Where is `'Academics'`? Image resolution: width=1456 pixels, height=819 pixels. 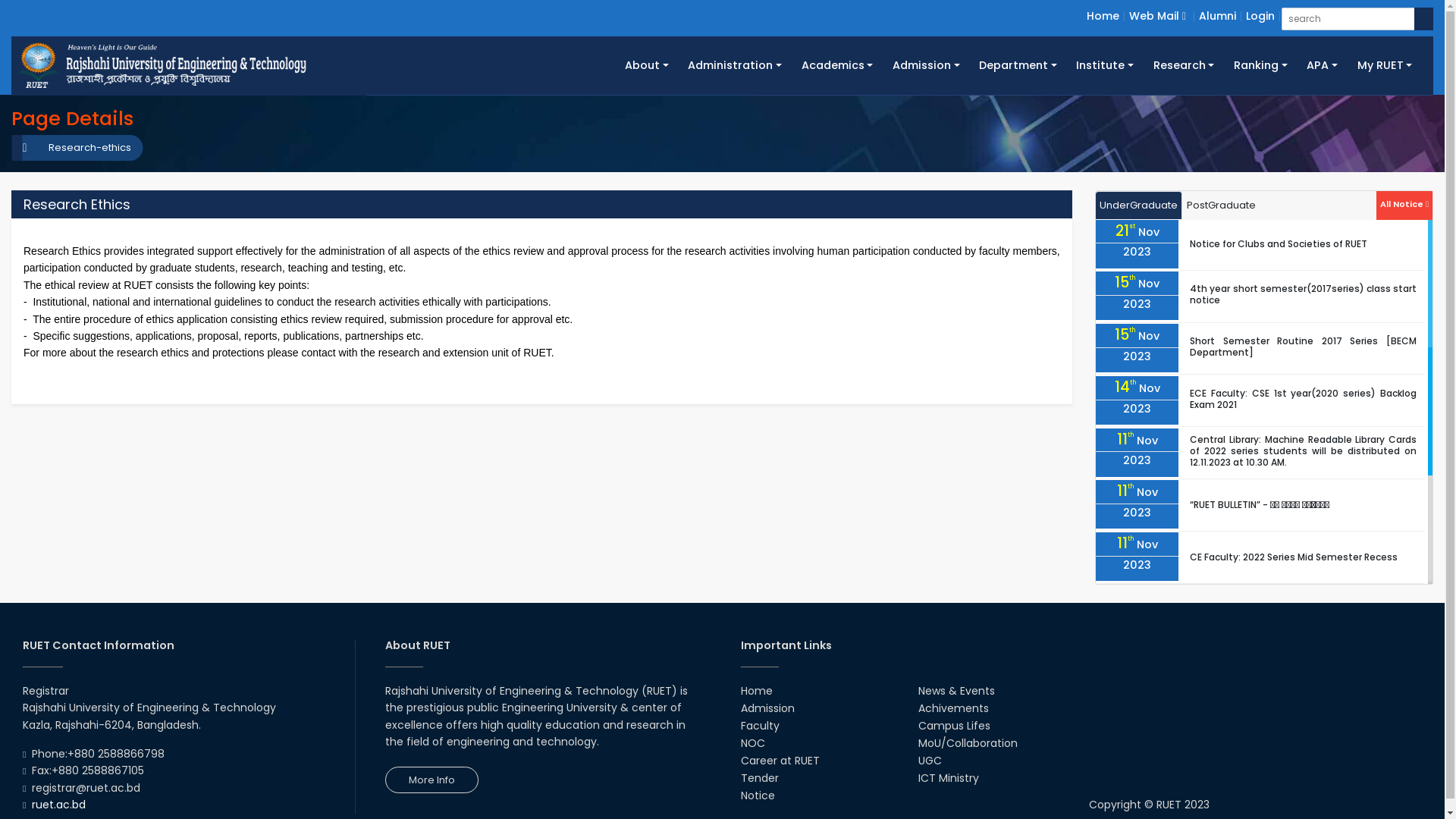 'Academics' is located at coordinates (790, 64).